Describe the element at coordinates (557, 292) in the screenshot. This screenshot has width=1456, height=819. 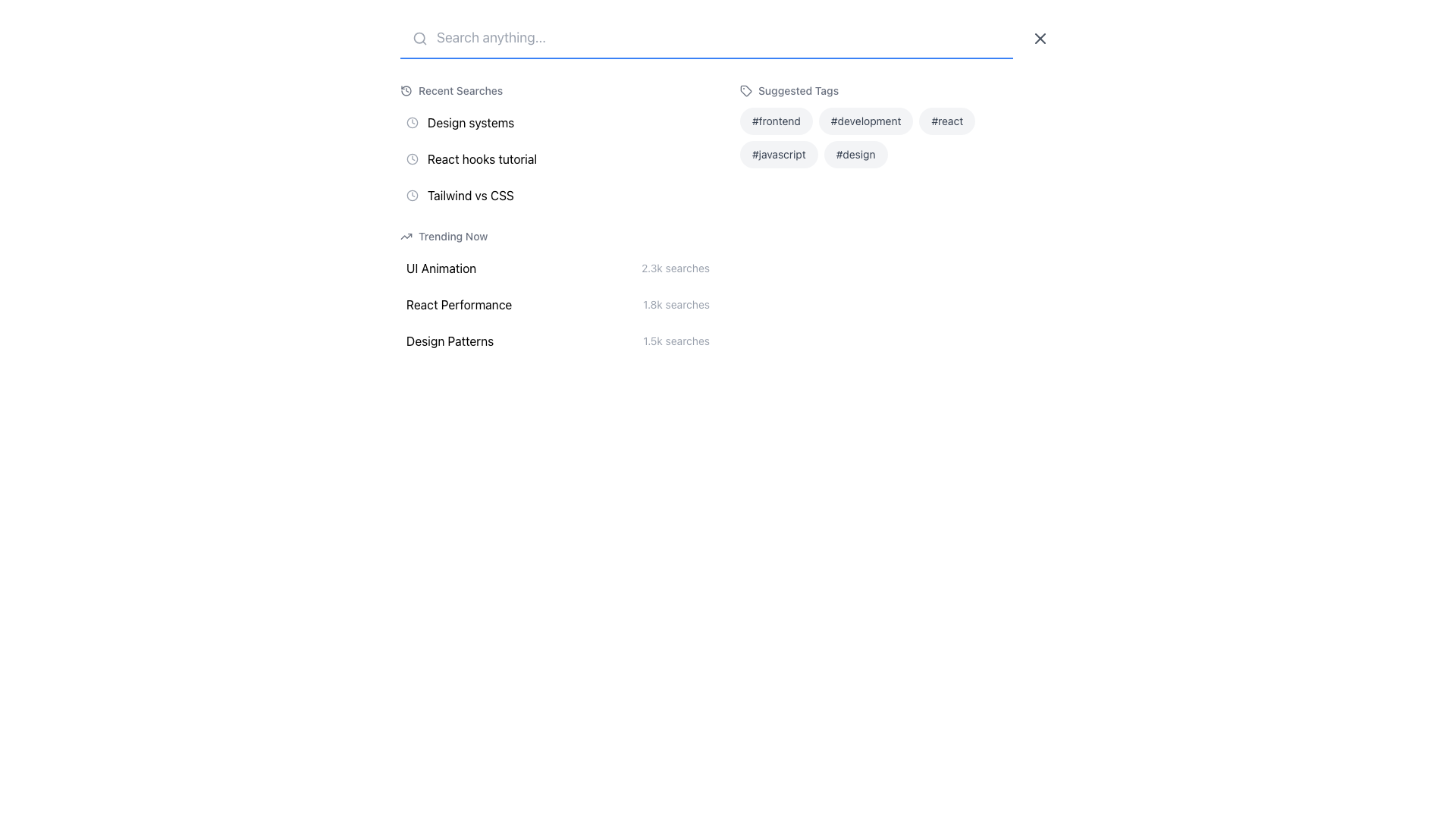
I see `the second entry in the 'Trending Now' list that highlights the popularity of 'React Performance' with 1.8k searches` at that location.